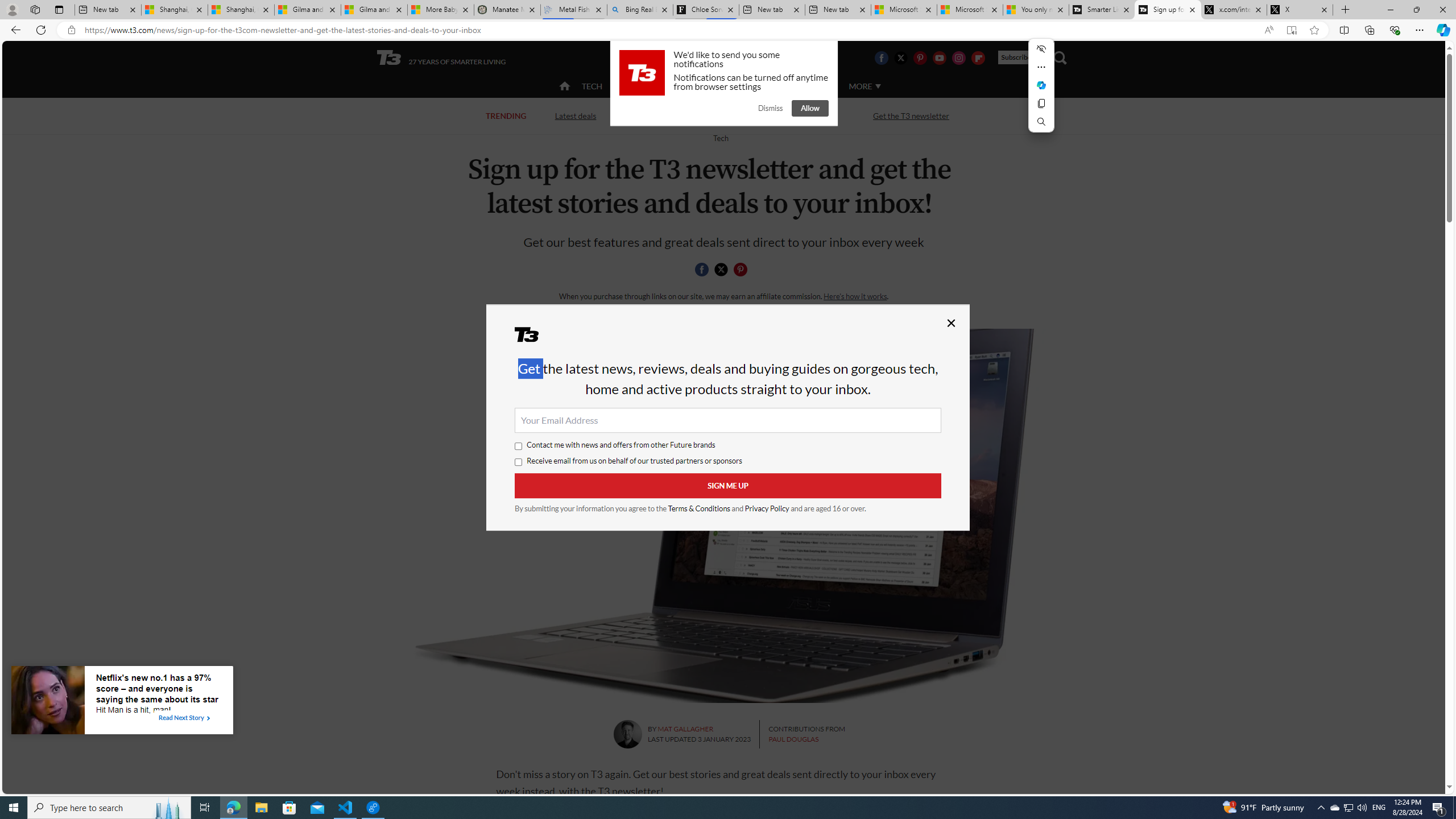  What do you see at coordinates (788, 115) in the screenshot?
I see `'Streaming TV and movies'` at bounding box center [788, 115].